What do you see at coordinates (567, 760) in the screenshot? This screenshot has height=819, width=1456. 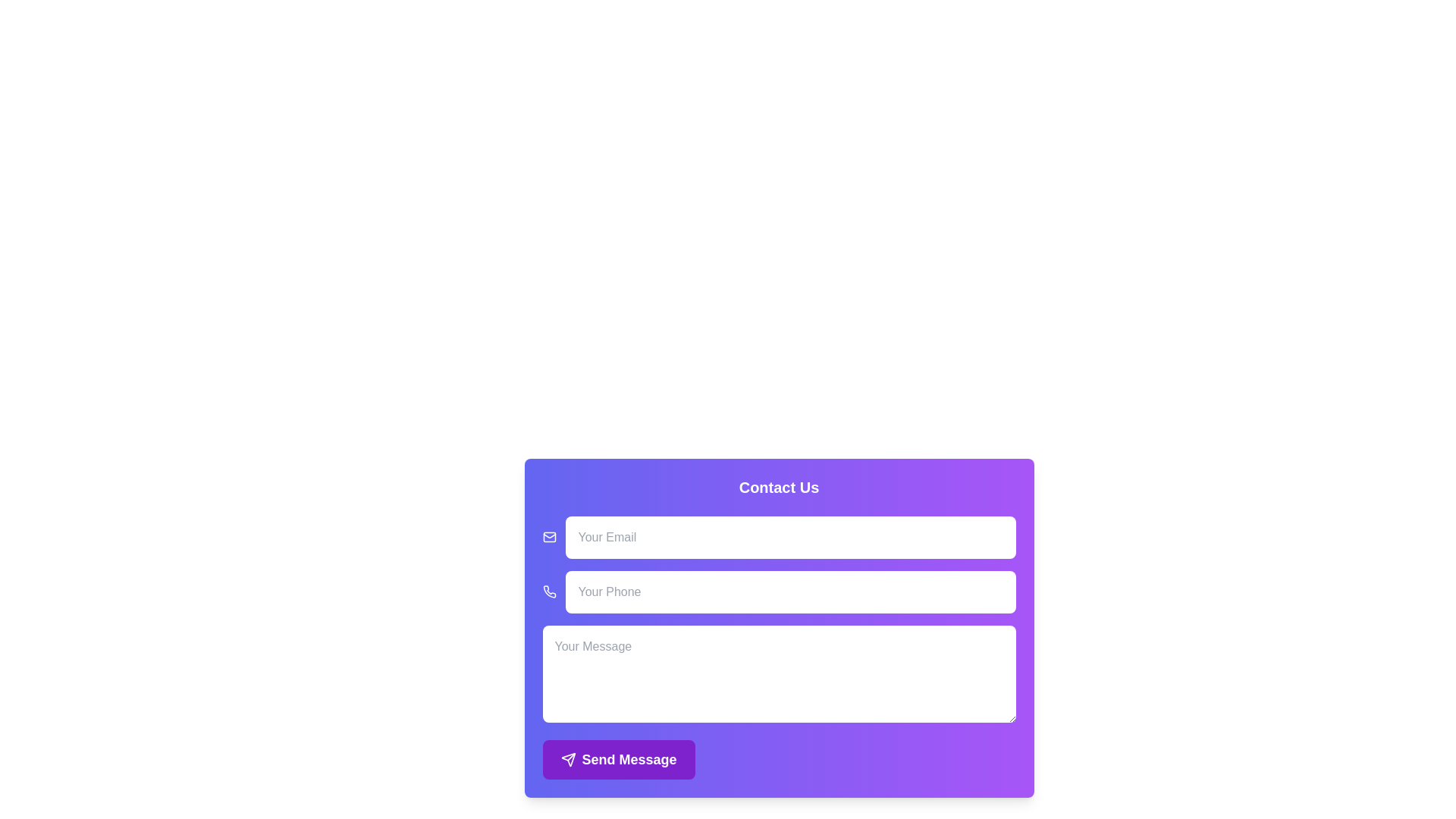 I see `the paper plane icon located within the 'Send Message' button at the bottom of the contact form` at bounding box center [567, 760].